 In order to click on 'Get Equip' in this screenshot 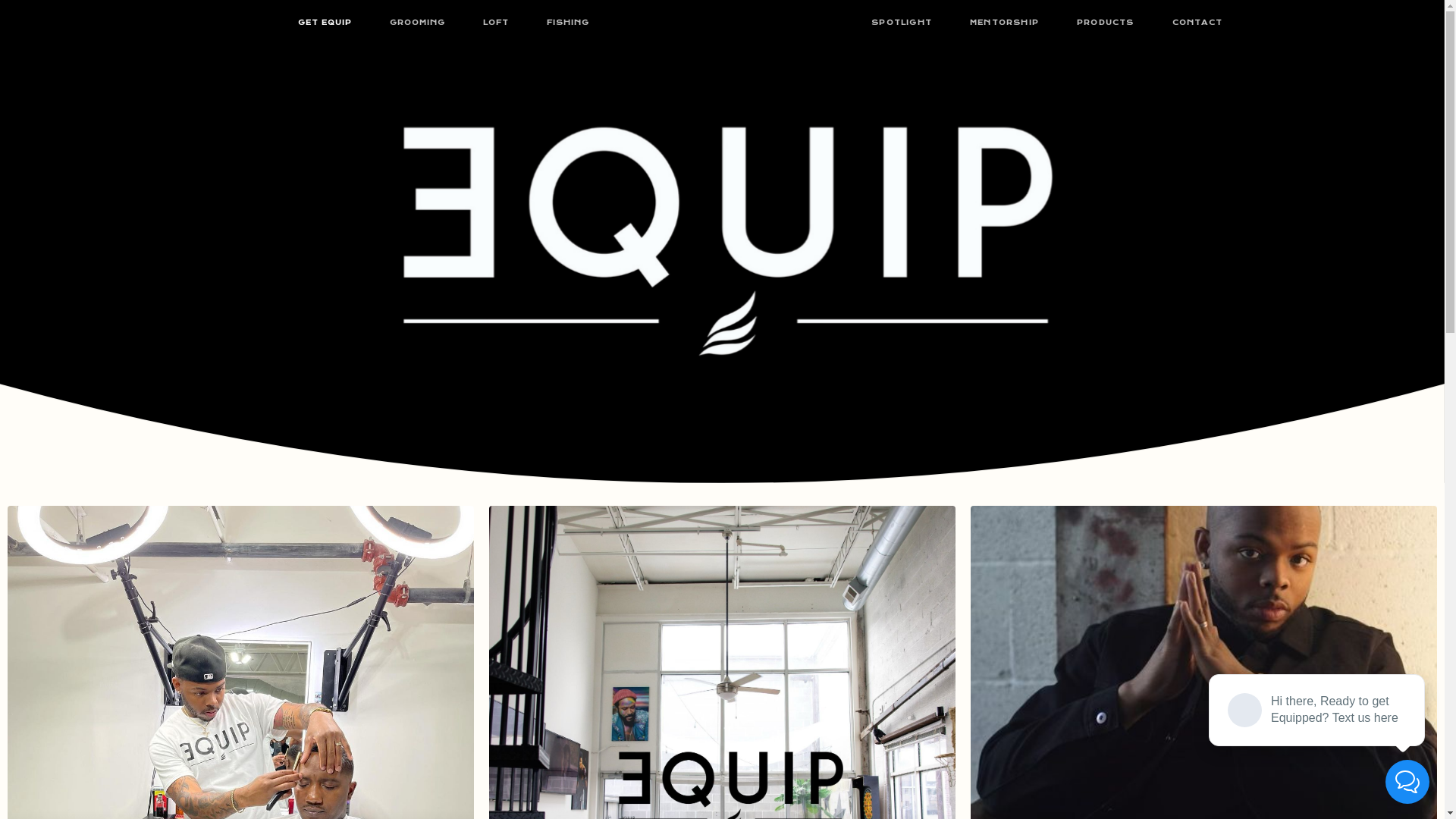, I will do `click(484, 503)`.